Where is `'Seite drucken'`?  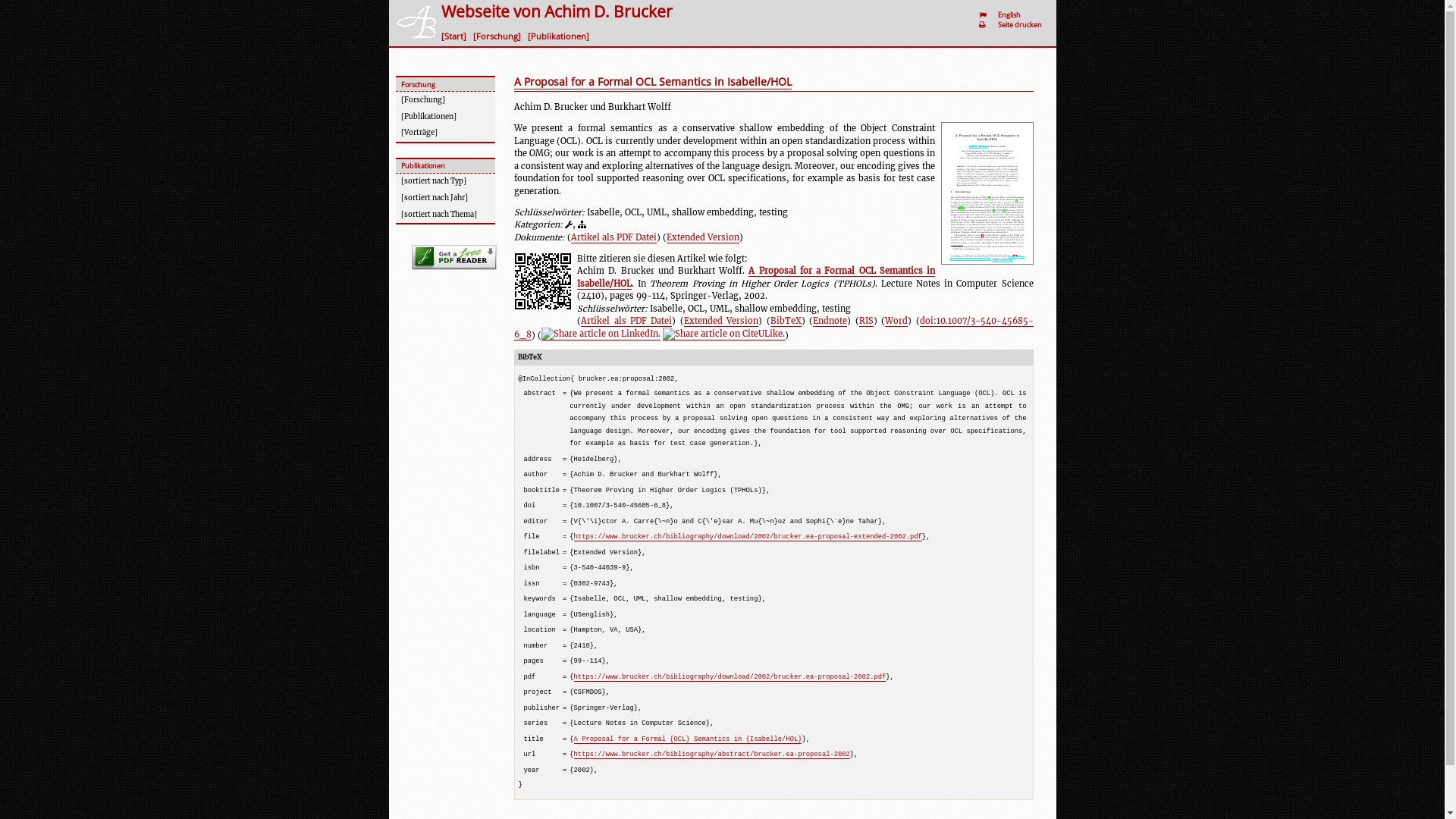
'Seite drucken' is located at coordinates (1021, 24).